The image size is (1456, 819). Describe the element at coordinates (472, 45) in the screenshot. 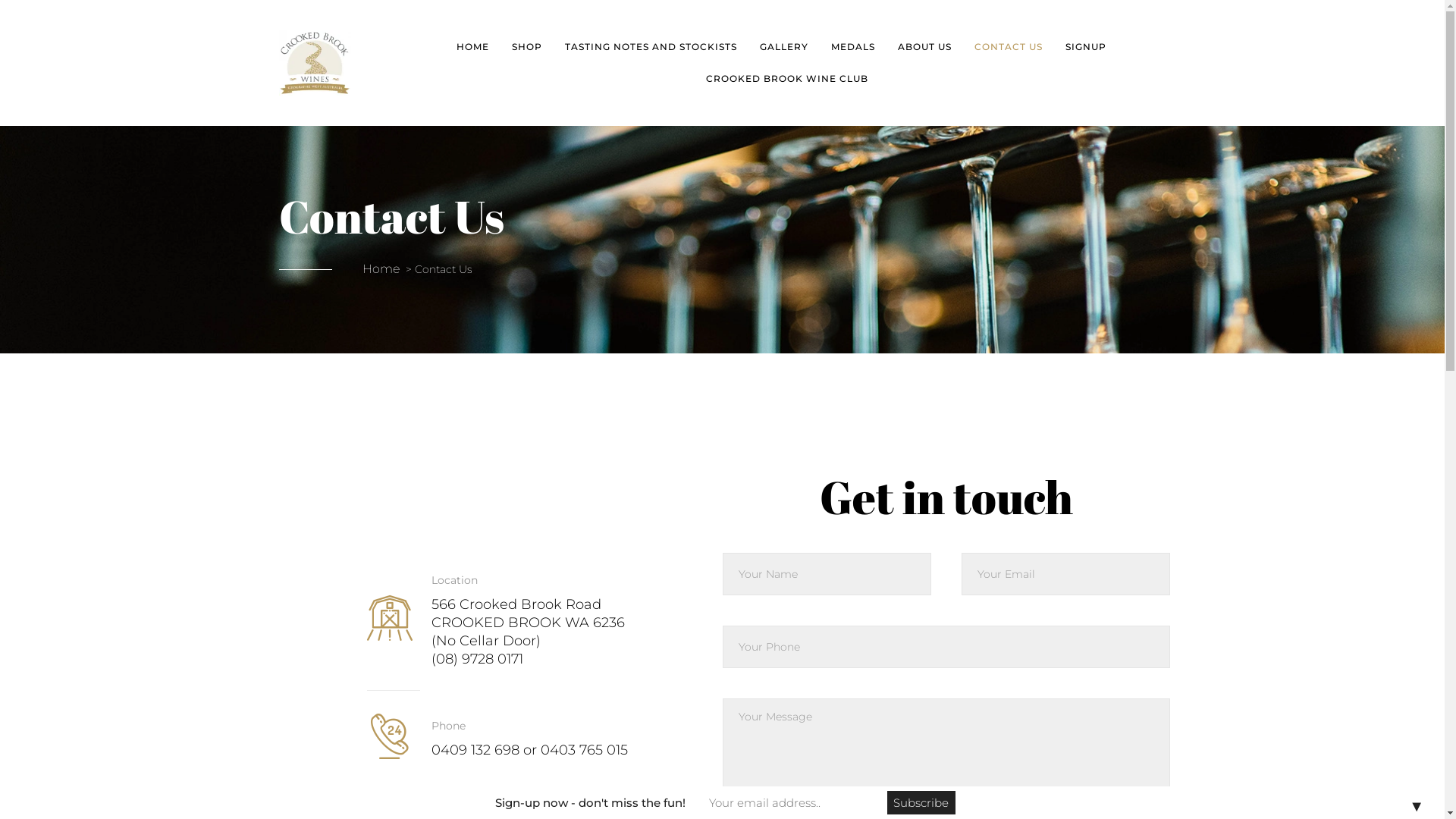

I see `'HOME'` at that location.